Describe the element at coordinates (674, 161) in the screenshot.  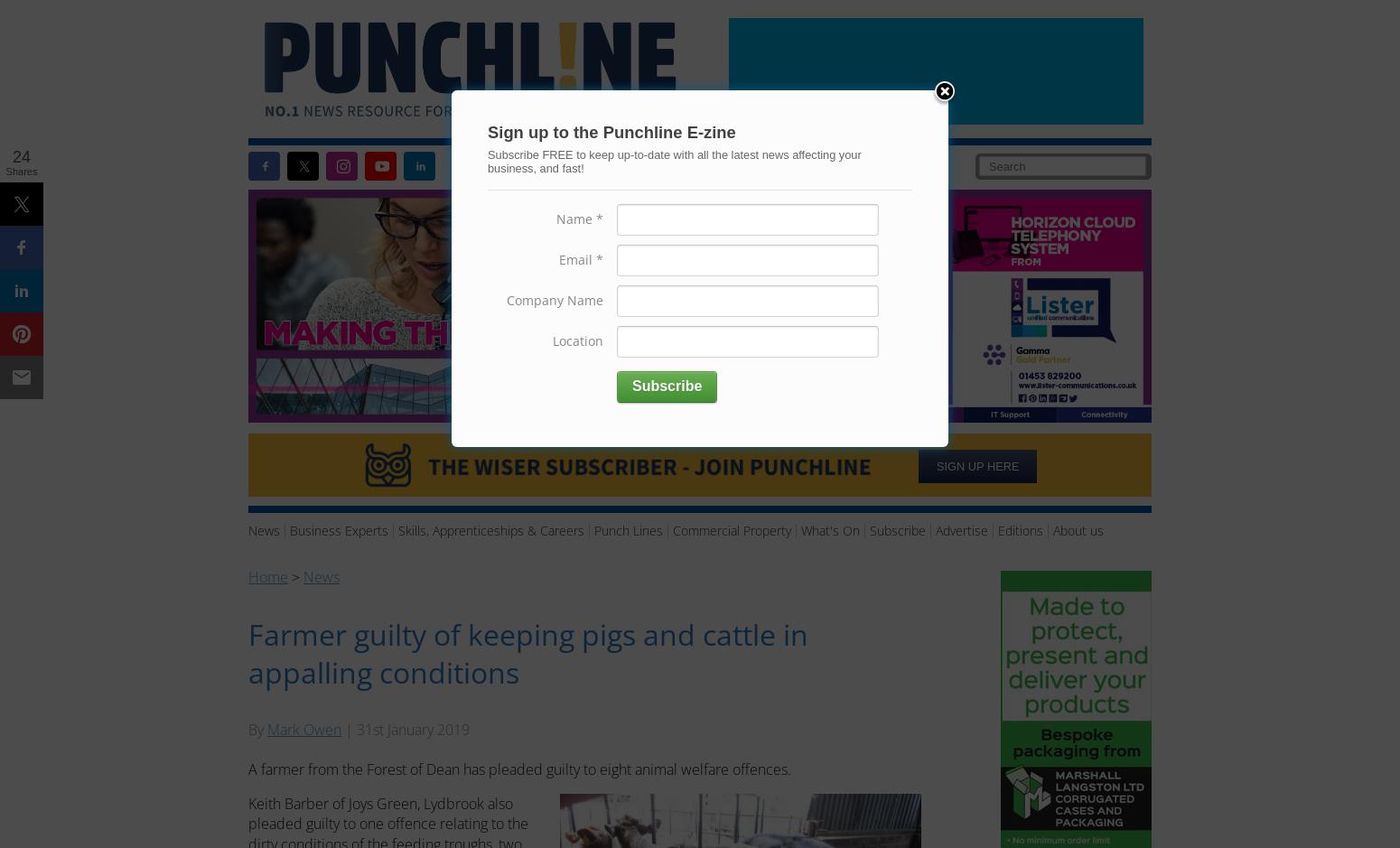
I see `'Subscribe FREE to keep up-to-date with all the latest news affecting your business, and fast!'` at that location.